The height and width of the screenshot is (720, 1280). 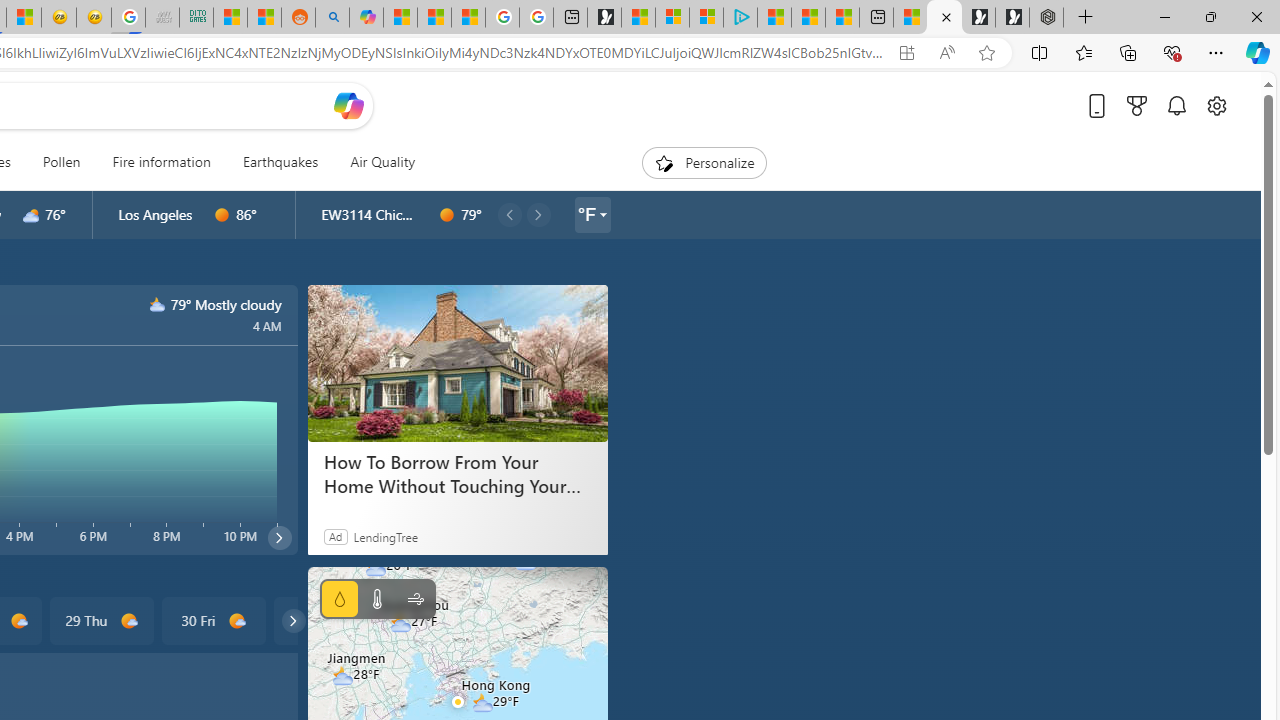 What do you see at coordinates (161, 162) in the screenshot?
I see `'Fire information'` at bounding box center [161, 162].